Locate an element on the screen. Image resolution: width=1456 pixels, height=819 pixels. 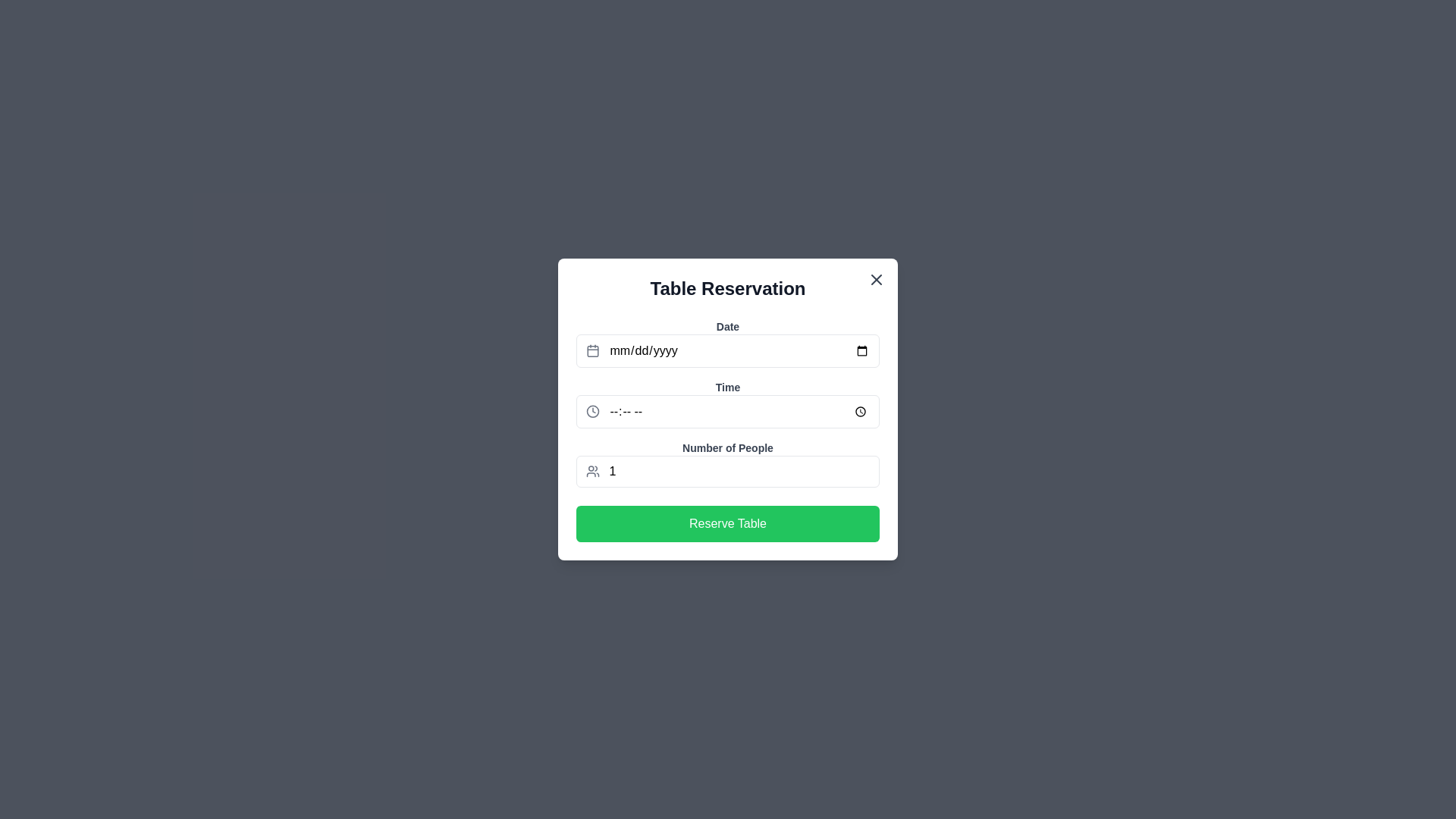
the 'X' icon button in the top-right corner of the 'Table Reservation' dialog is located at coordinates (877, 280).